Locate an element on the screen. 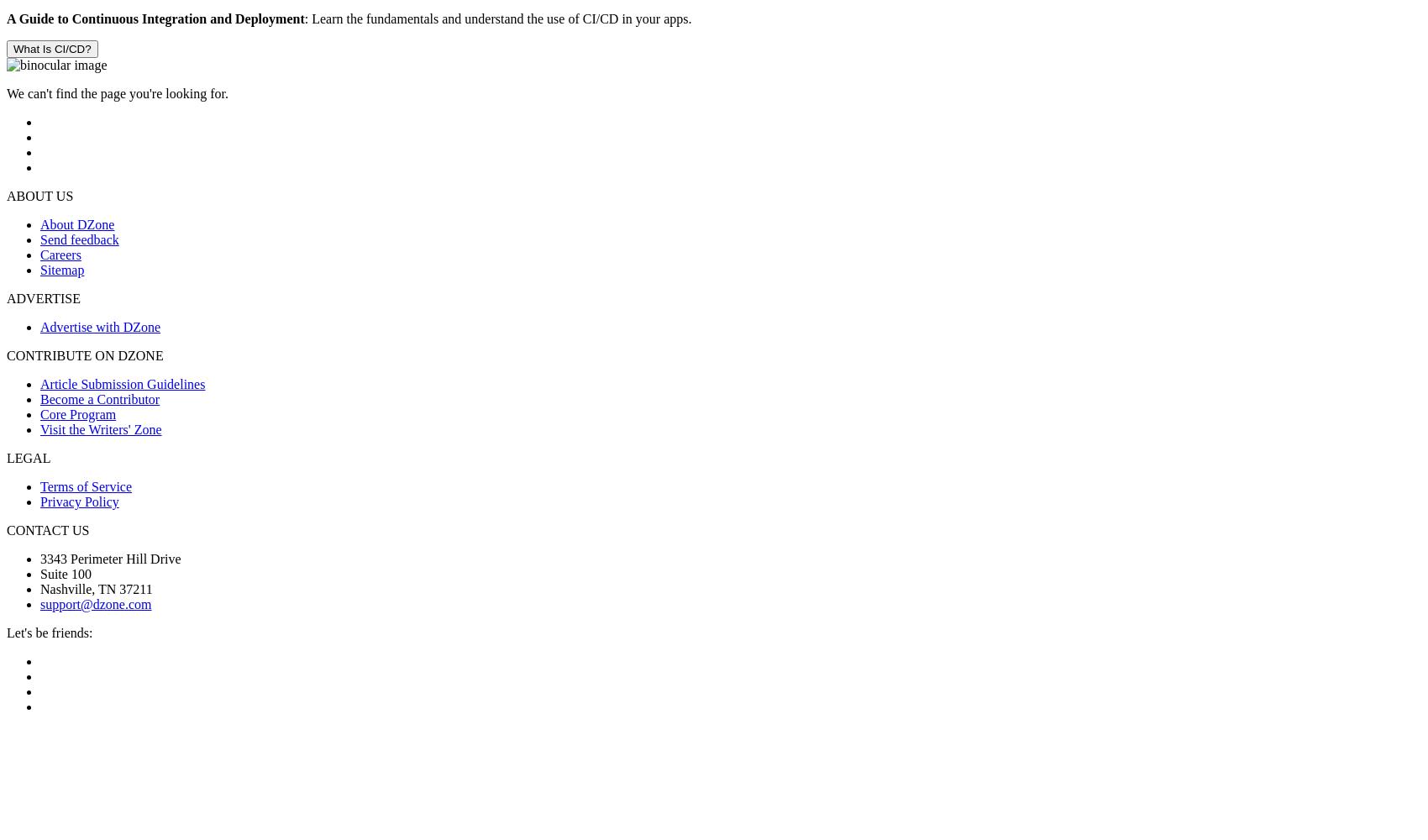 This screenshot has width=1428, height=840. 'ABOUT US' is located at coordinates (39, 195).